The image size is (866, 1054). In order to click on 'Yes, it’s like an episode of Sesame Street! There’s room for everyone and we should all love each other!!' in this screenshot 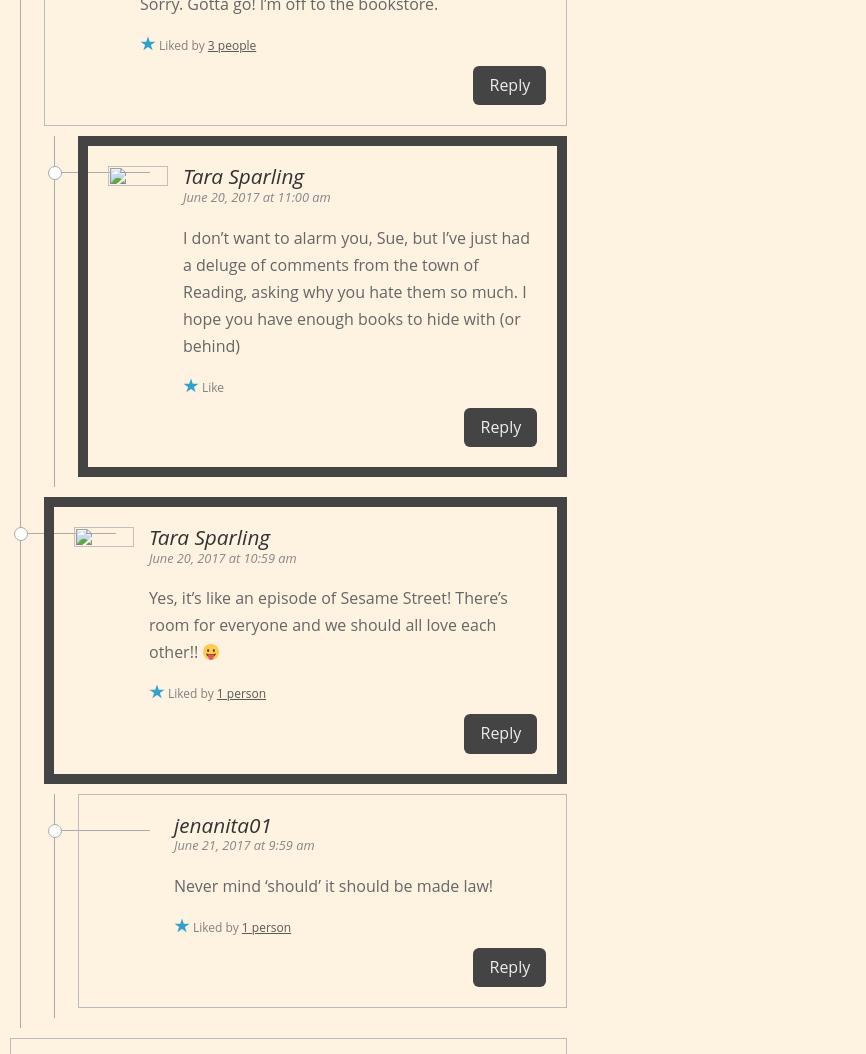, I will do `click(327, 624)`.